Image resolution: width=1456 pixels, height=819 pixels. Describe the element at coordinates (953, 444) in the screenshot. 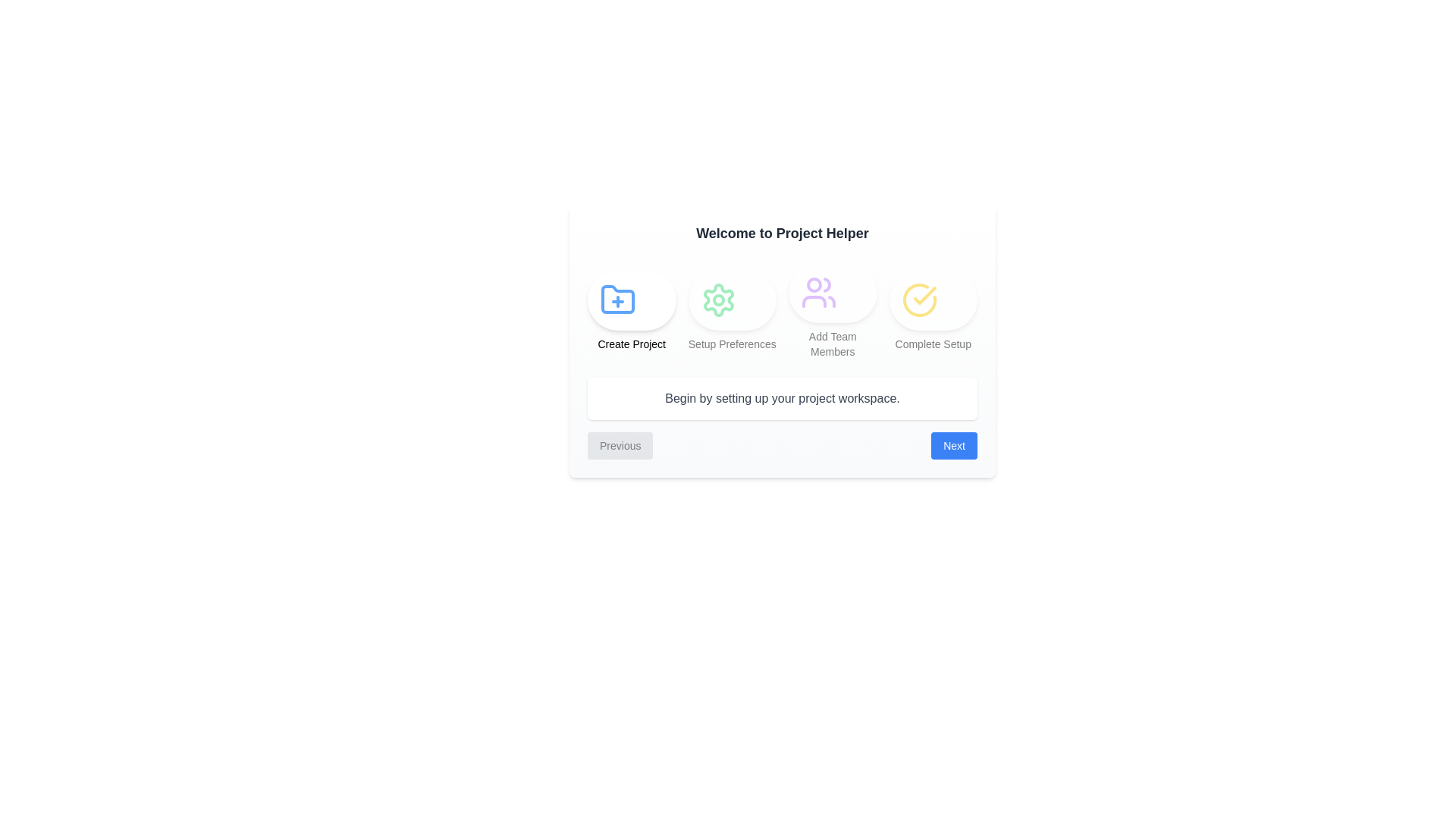

I see `Next button to navigate through the steps` at that location.